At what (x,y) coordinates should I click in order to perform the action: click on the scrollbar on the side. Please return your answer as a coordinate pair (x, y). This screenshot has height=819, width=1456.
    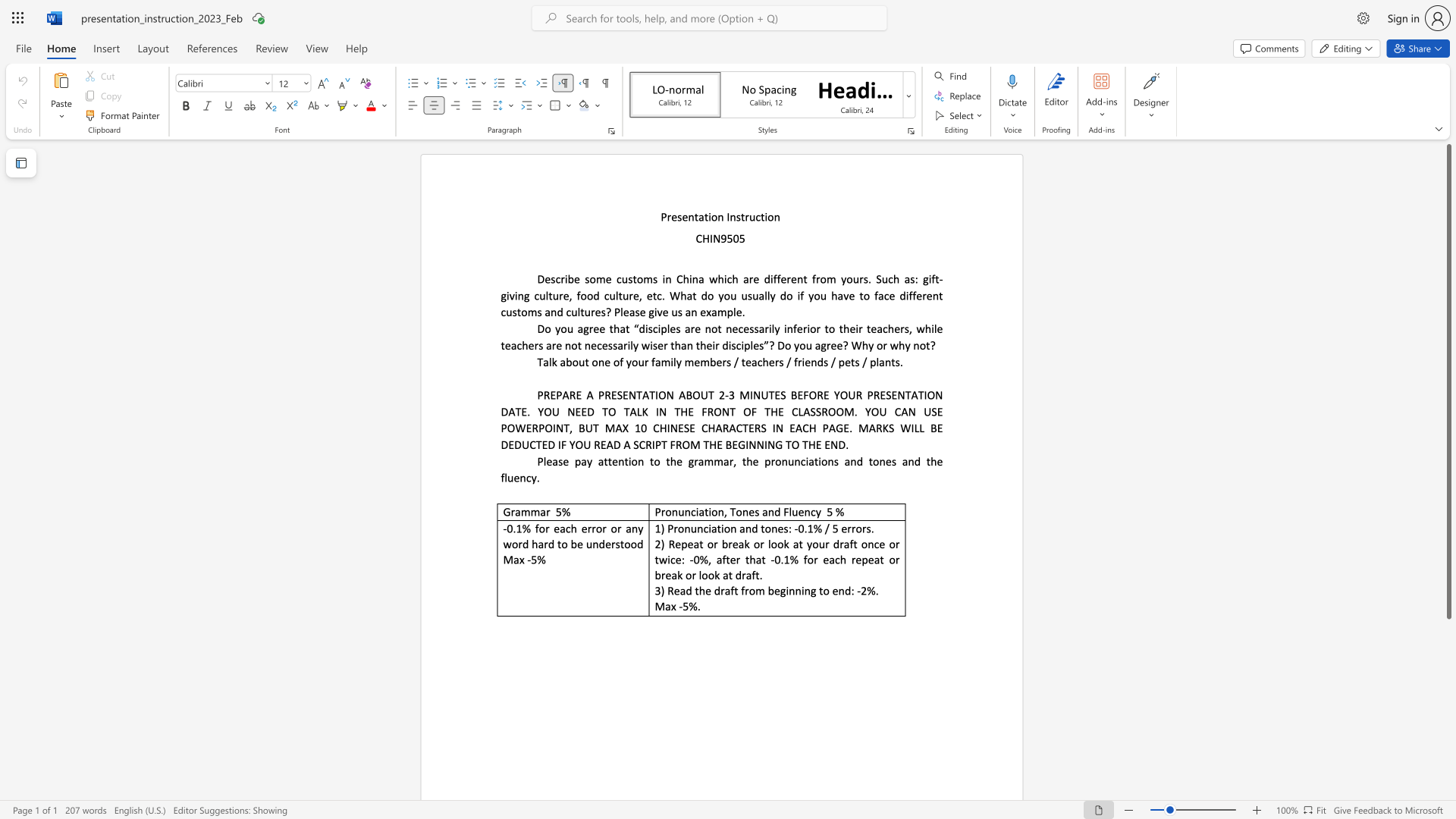
    Looking at the image, I should click on (1448, 681).